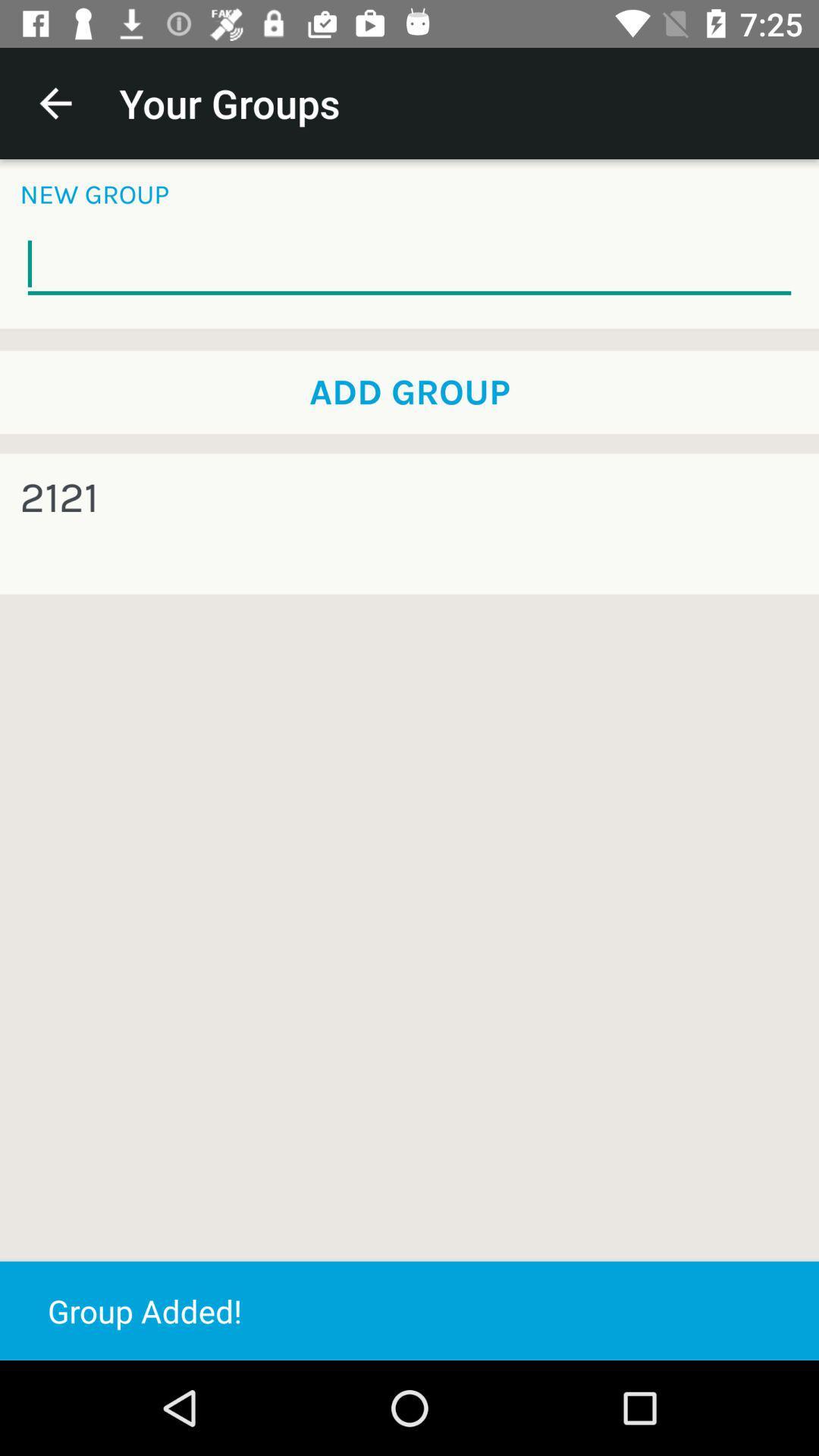 This screenshot has width=819, height=1456. What do you see at coordinates (409, 265) in the screenshot?
I see `the new group box` at bounding box center [409, 265].